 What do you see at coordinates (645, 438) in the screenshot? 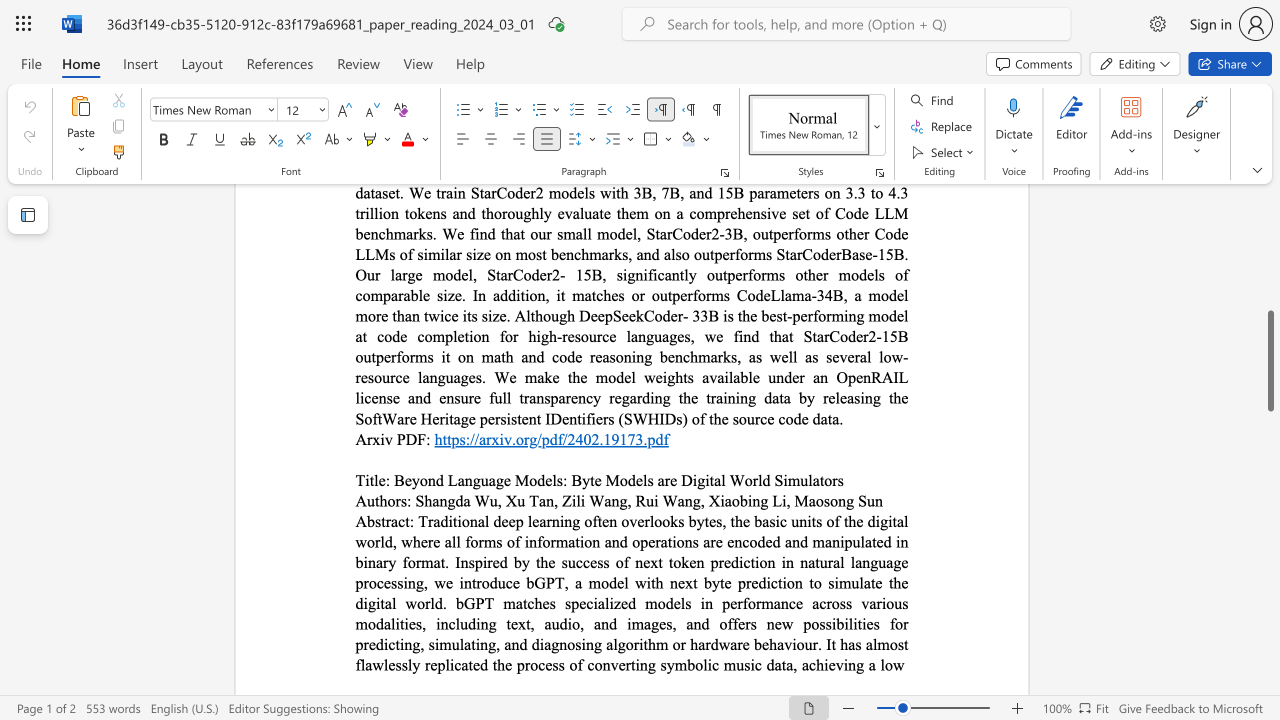
I see `the 3th character "." in the text` at bounding box center [645, 438].